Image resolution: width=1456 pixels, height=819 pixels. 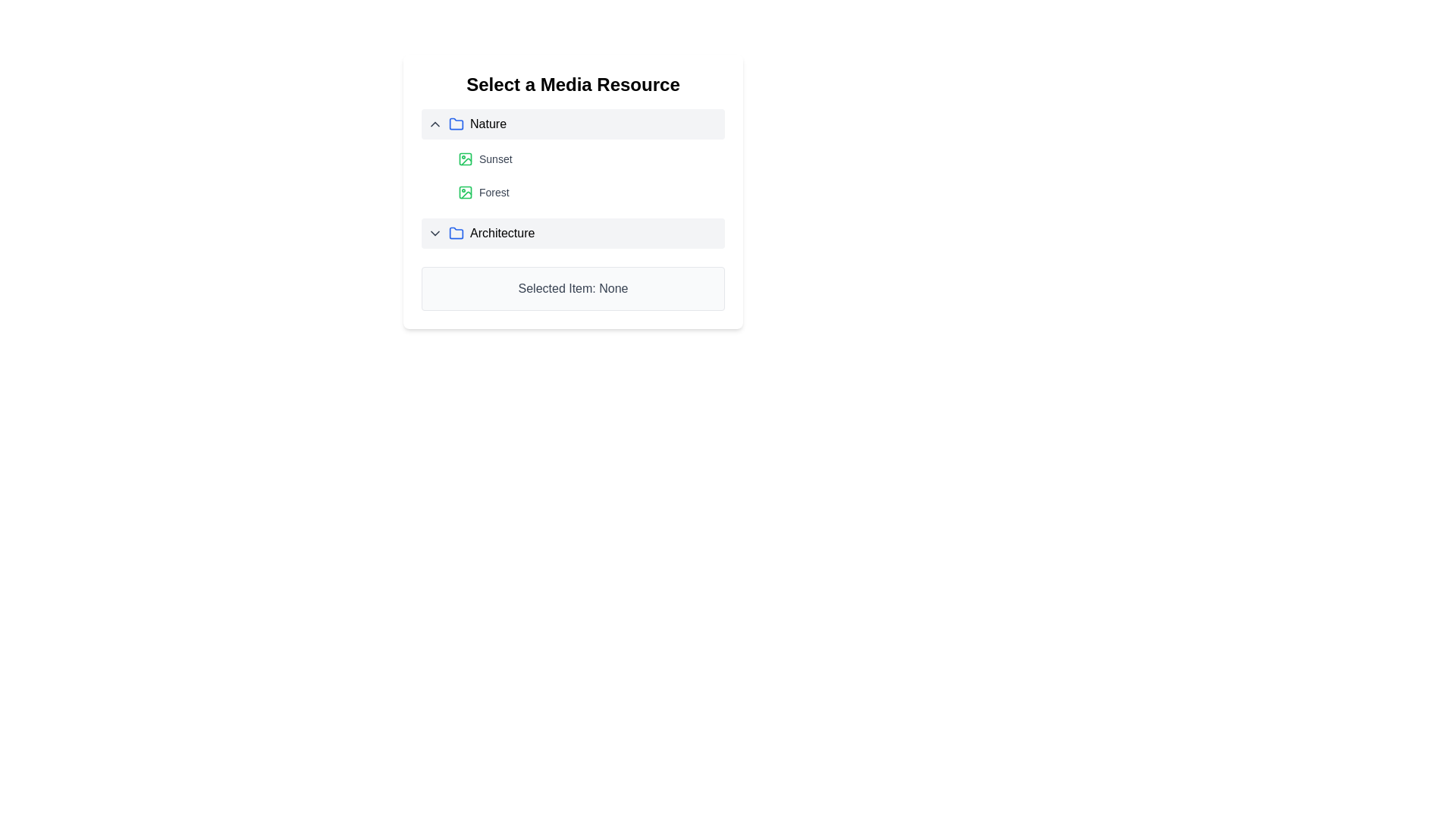 What do you see at coordinates (502, 234) in the screenshot?
I see `the 'Architecture' text label within the interactive list item under the 'Nature' category to view resources` at bounding box center [502, 234].